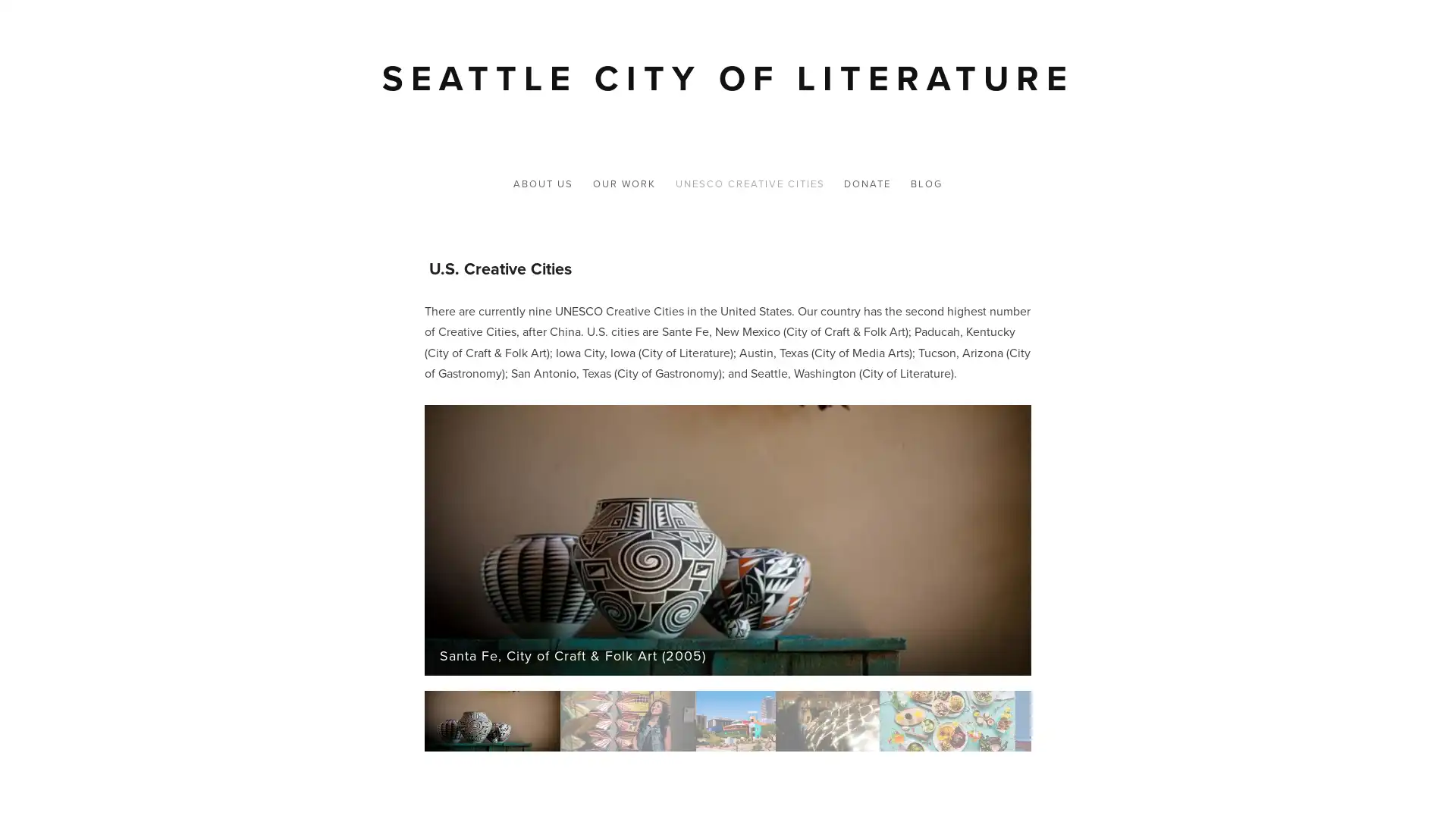 The width and height of the screenshot is (1456, 819). What do you see at coordinates (483, 720) in the screenshot?
I see `Slide 1` at bounding box center [483, 720].